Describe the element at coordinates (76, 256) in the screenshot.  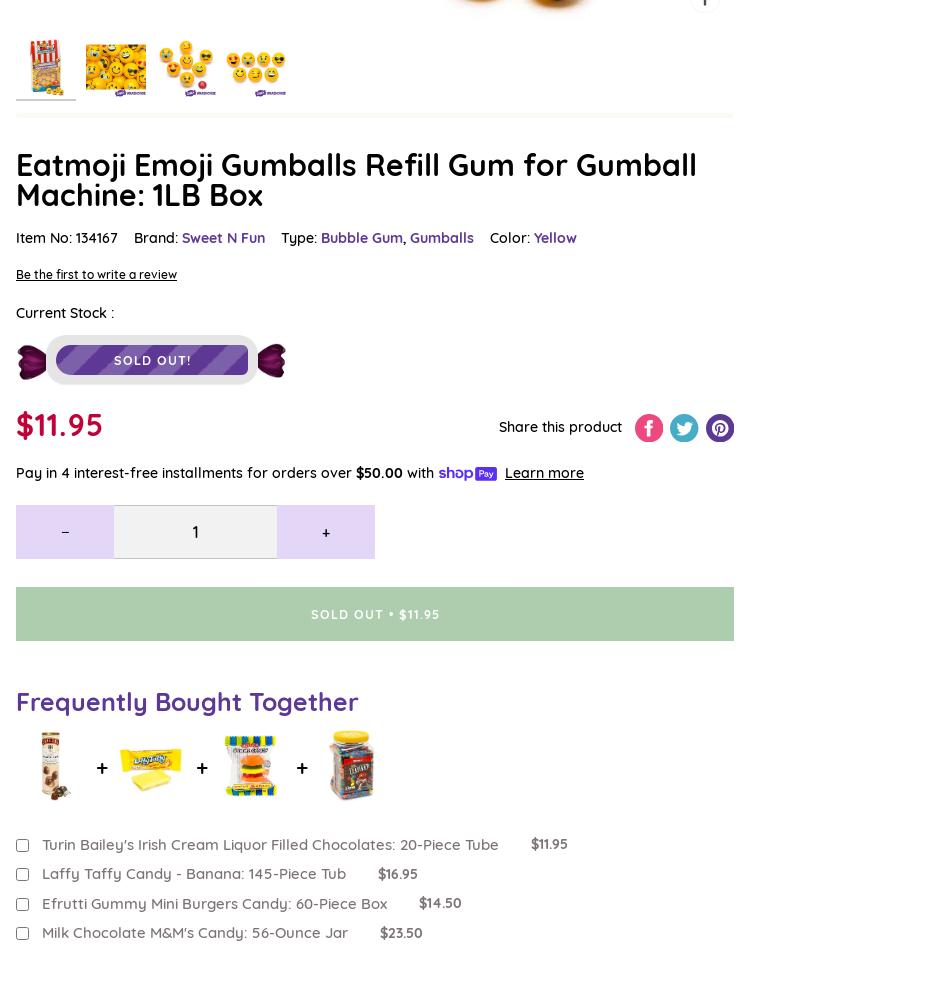
I see `'Gluten Free Candy'` at that location.